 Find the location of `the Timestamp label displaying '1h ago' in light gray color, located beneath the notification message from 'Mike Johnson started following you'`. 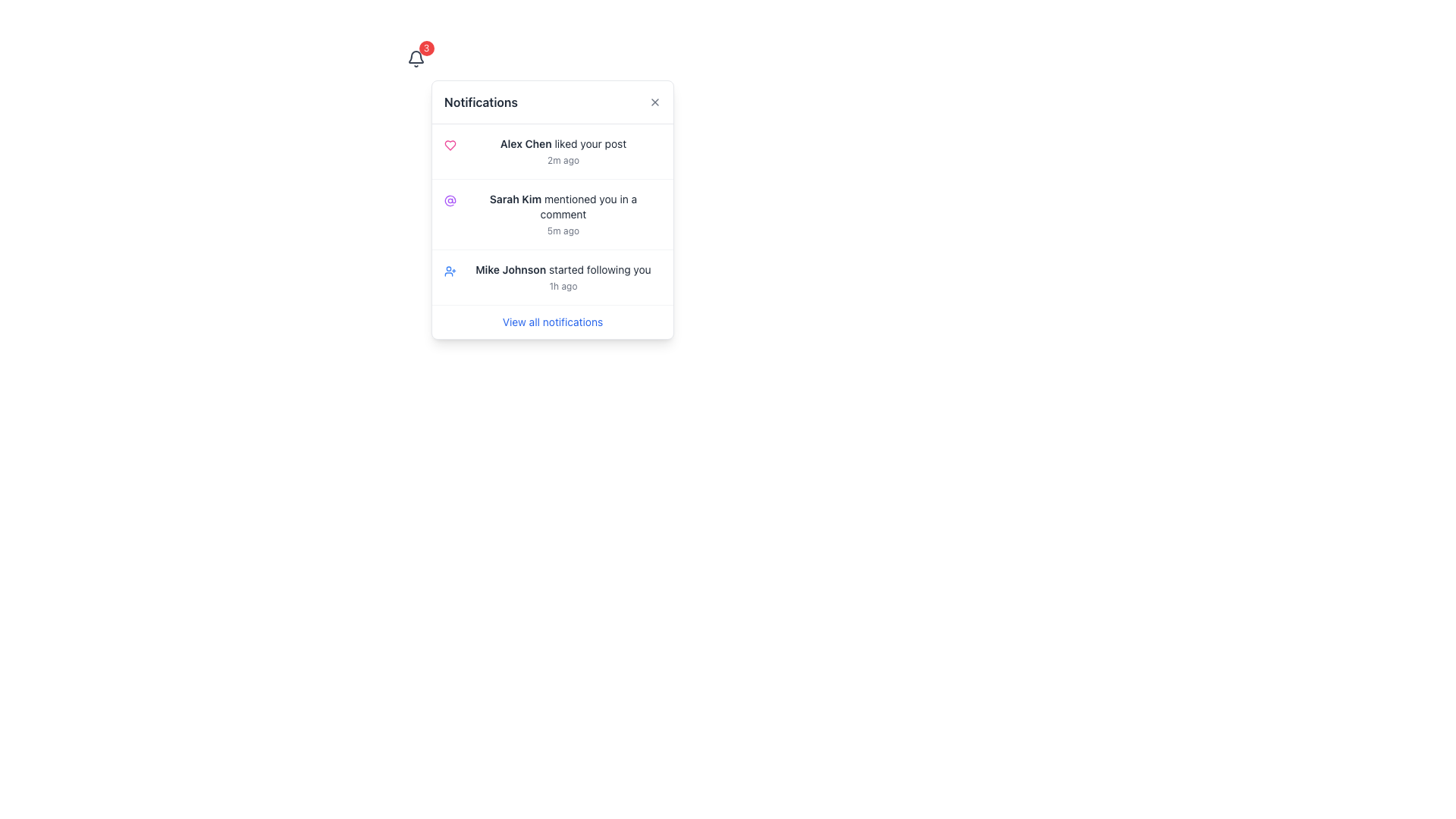

the Timestamp label displaying '1h ago' in light gray color, located beneath the notification message from 'Mike Johnson started following you' is located at coordinates (563, 287).